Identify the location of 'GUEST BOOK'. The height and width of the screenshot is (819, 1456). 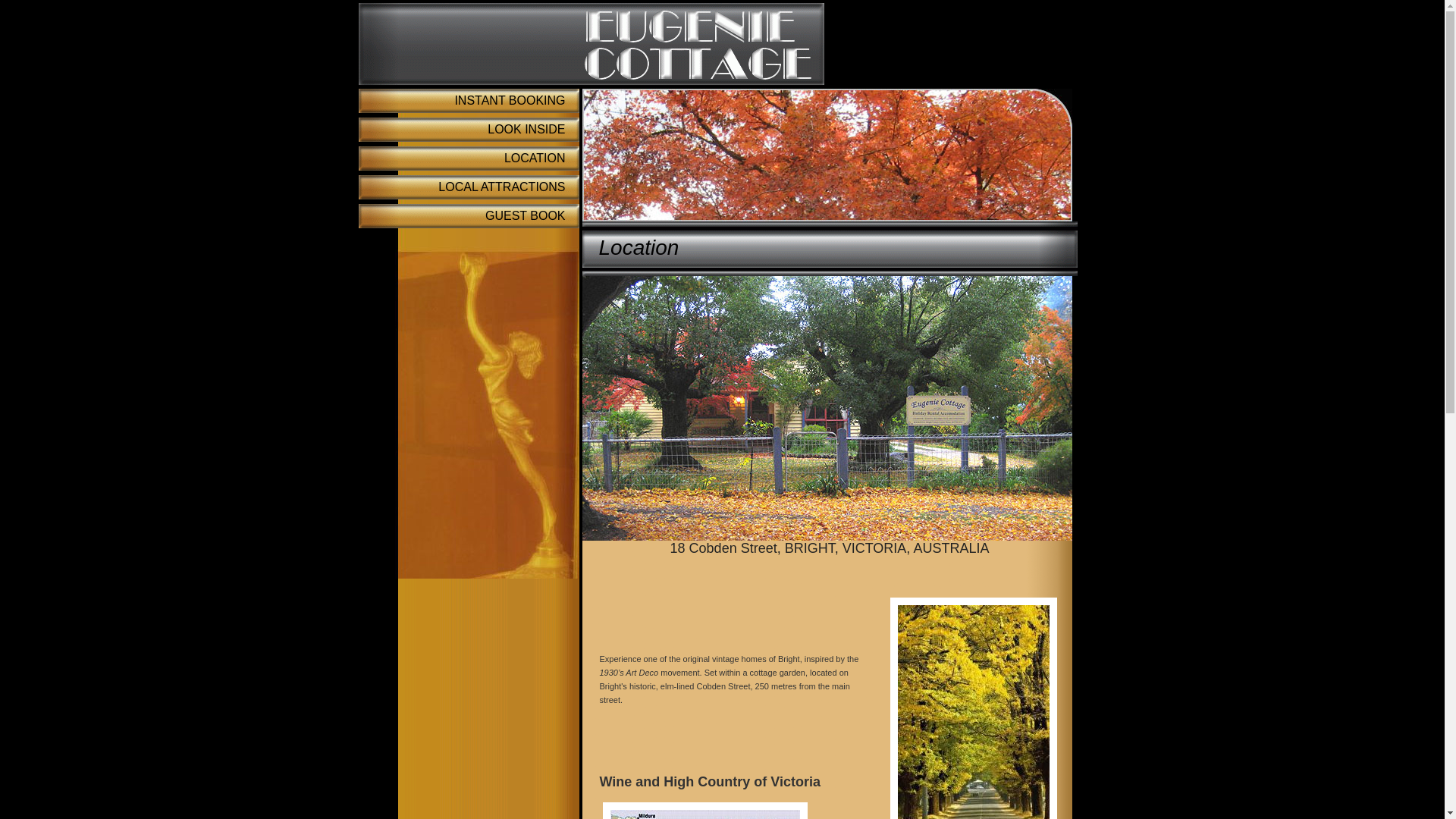
(356, 216).